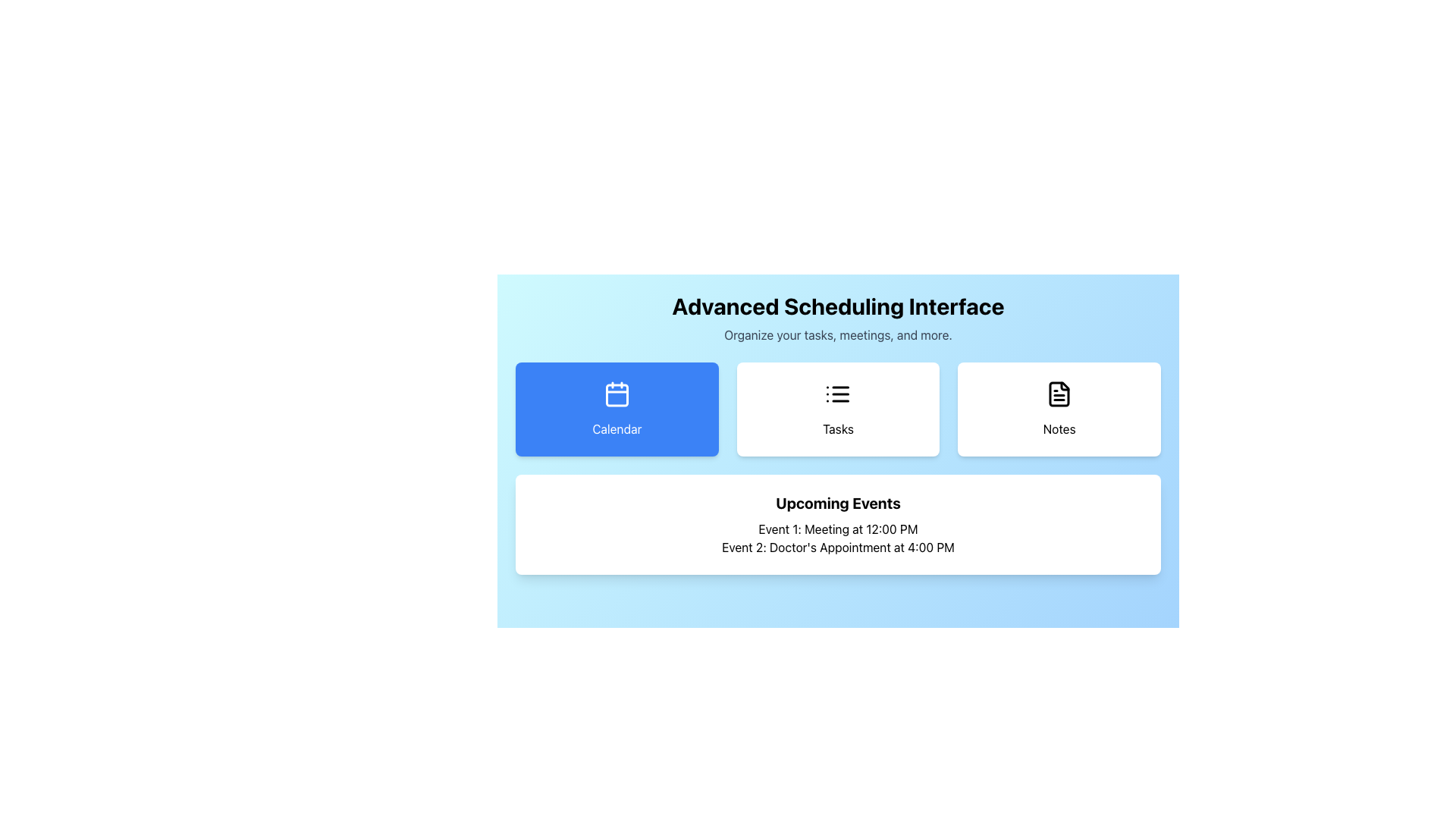 This screenshot has width=1456, height=819. I want to click on the middle clickable card that serves as a navigational card for accessing tasks in the application, positioned between 'Calendar' and 'Notes', so click(837, 409).